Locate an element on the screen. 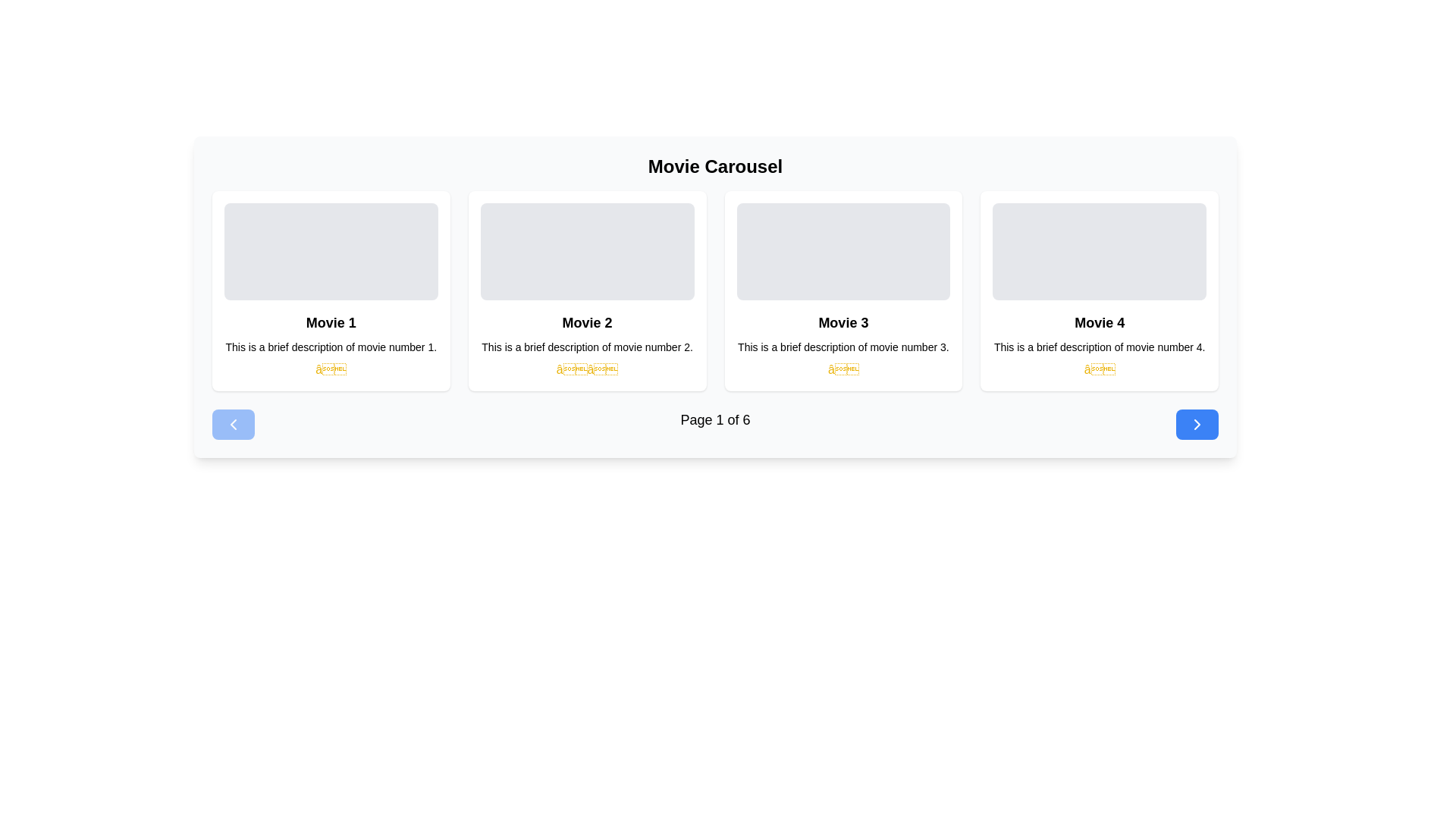 The width and height of the screenshot is (1456, 819). the yellow star icon located beneath the descriptive text of the 'Movie 4' card in the fourth column of the movie carousel layout is located at coordinates (1100, 370).